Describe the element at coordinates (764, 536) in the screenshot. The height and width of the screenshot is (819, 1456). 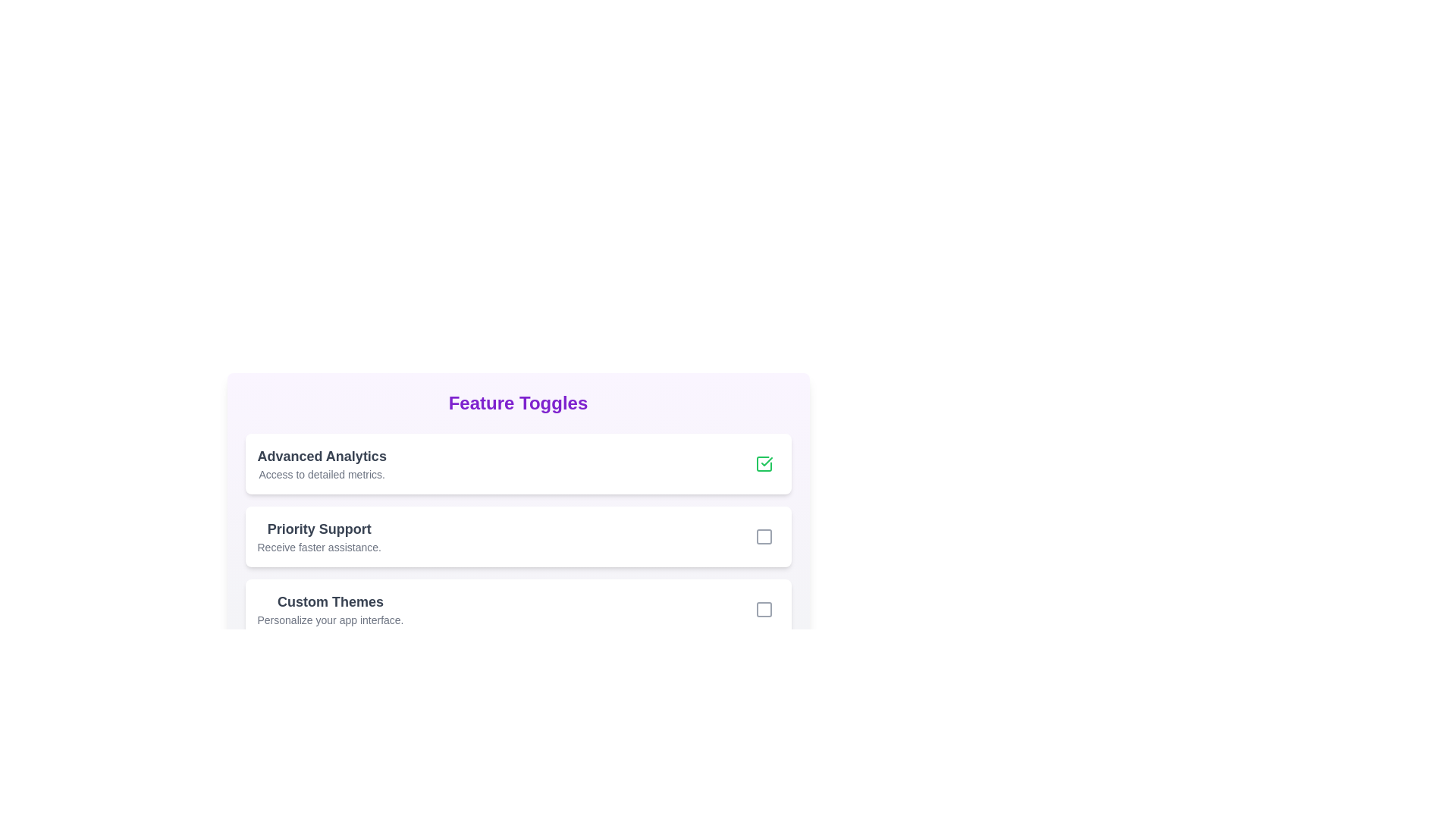
I see `the second toggle icon, which is outlined in gray and positioned to the right of the 'Priority Support' title in the feature toggle section` at that location.